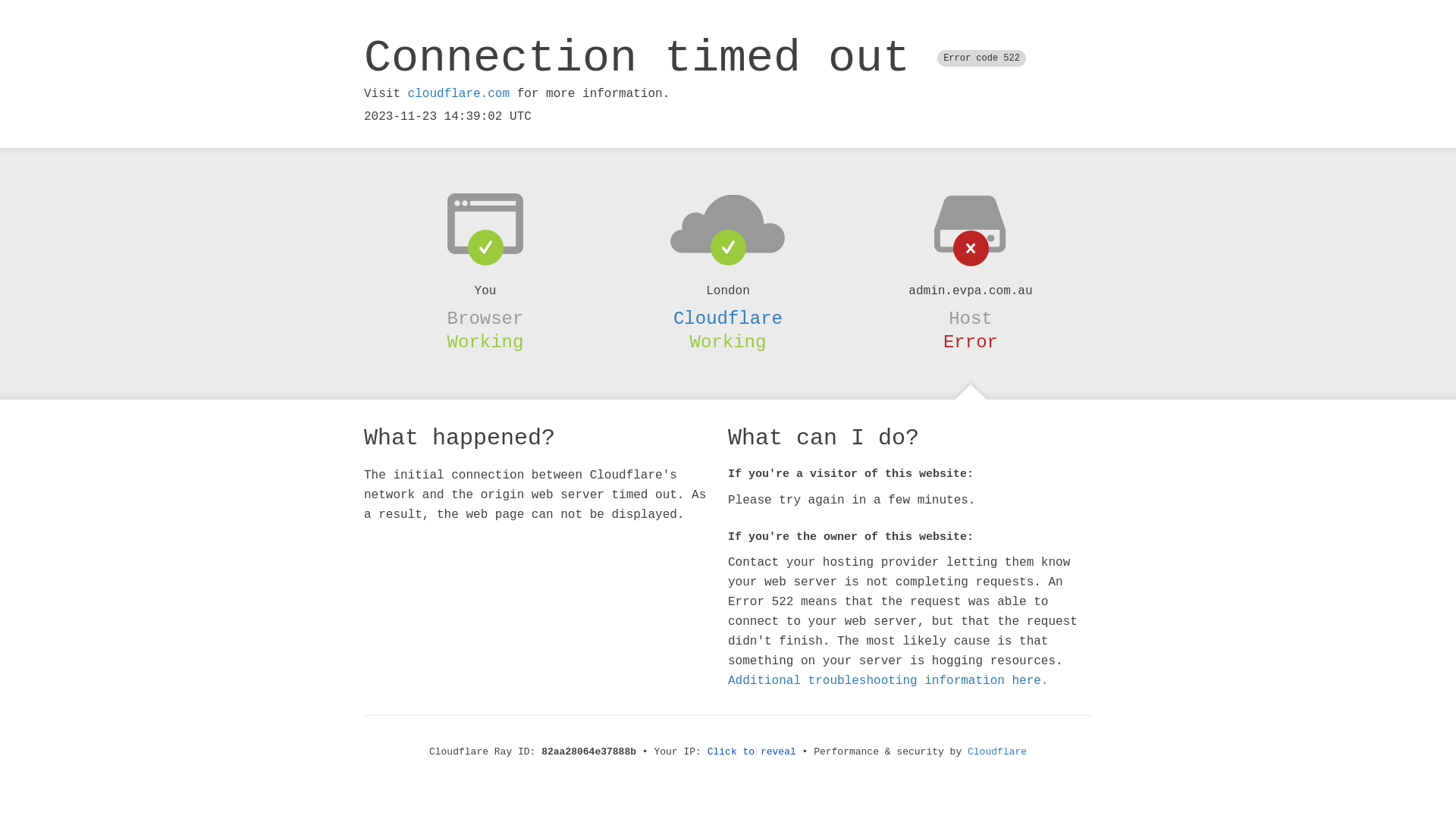 The height and width of the screenshot is (819, 1456). Describe the element at coordinates (728, 318) in the screenshot. I see `'Cloudflare'` at that location.